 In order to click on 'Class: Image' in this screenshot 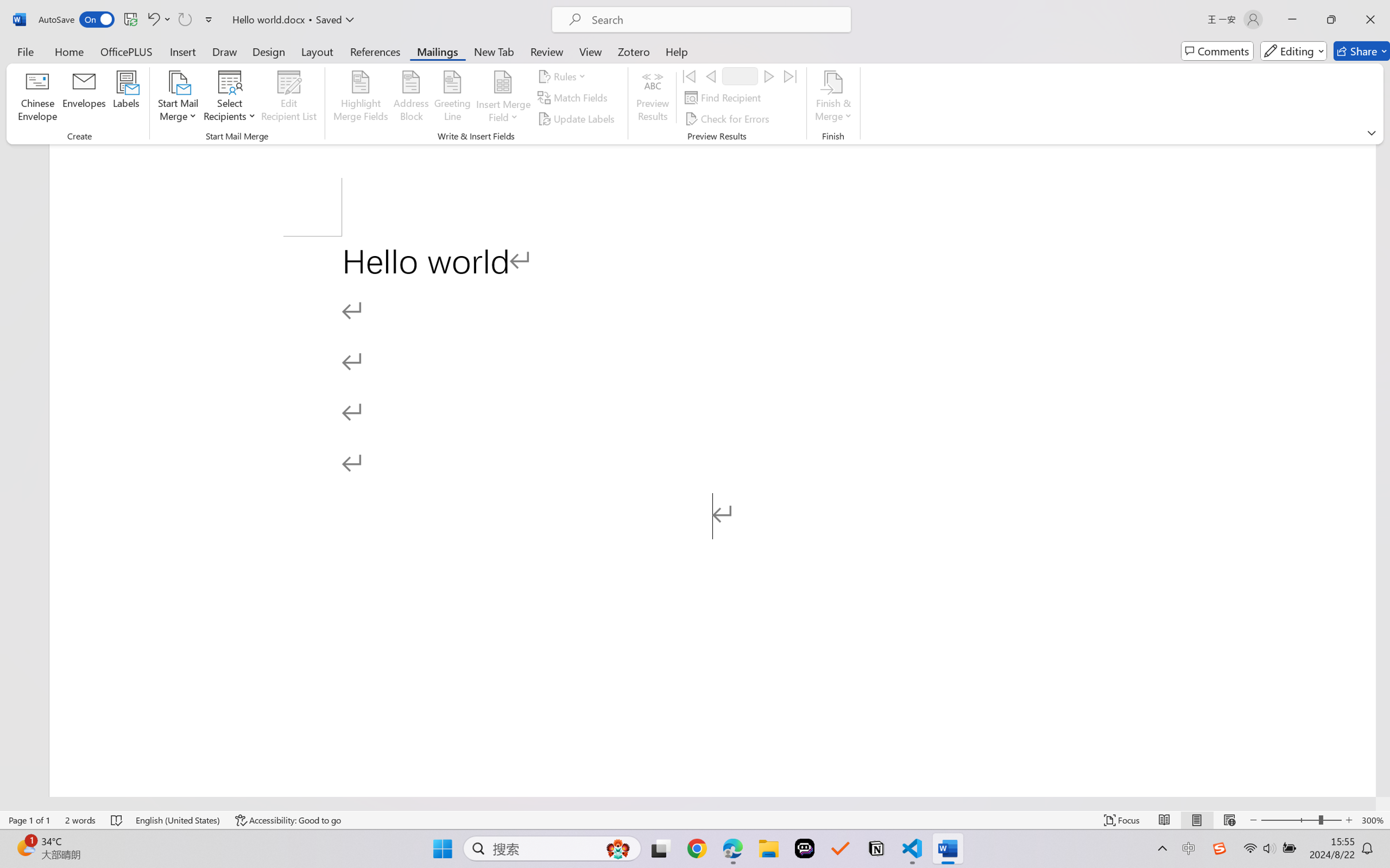, I will do `click(1219, 848)`.